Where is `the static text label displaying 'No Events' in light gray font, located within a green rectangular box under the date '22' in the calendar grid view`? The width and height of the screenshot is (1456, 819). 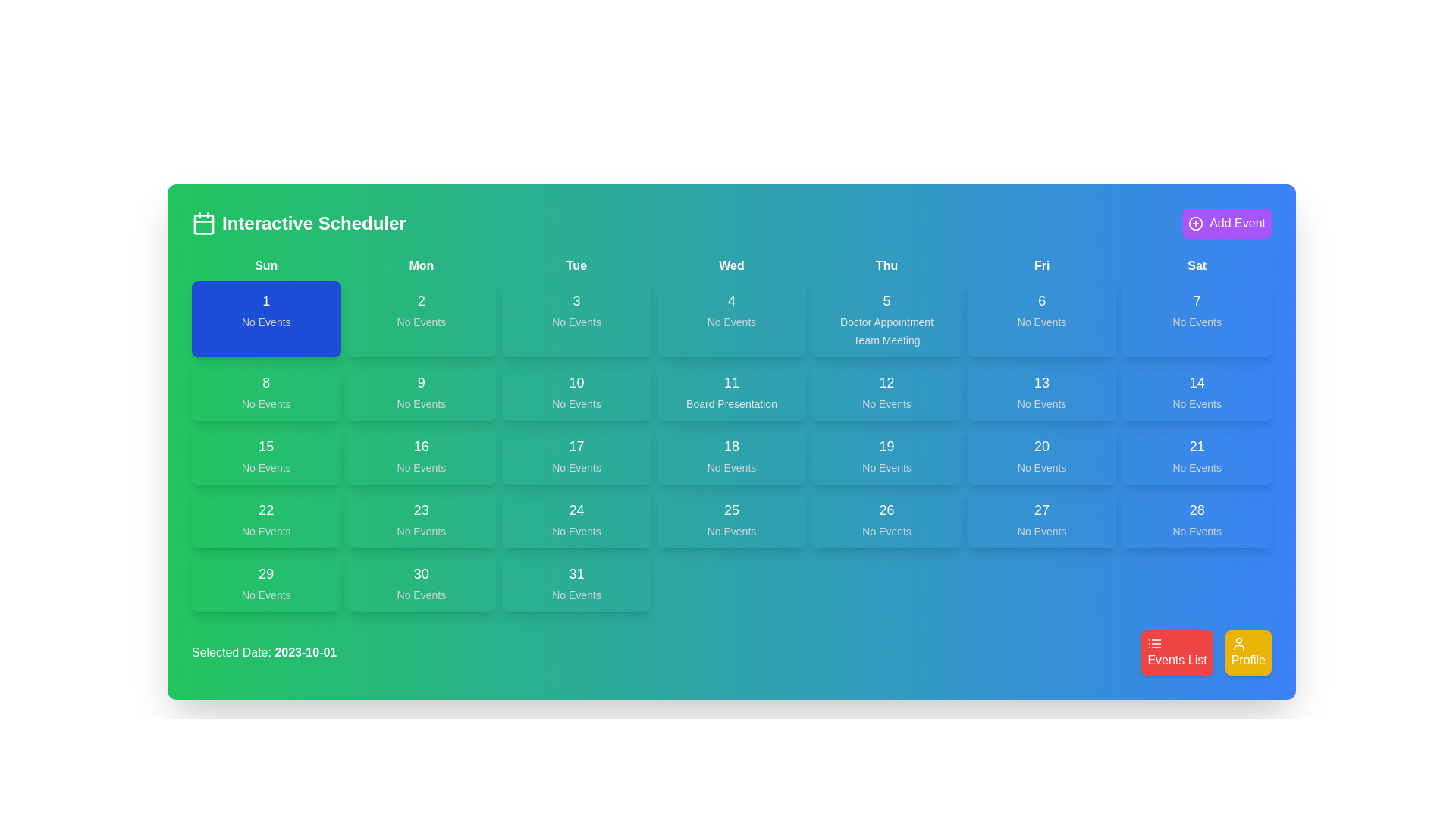
the static text label displaying 'No Events' in light gray font, located within a green rectangular box under the date '22' in the calendar grid view is located at coordinates (266, 531).